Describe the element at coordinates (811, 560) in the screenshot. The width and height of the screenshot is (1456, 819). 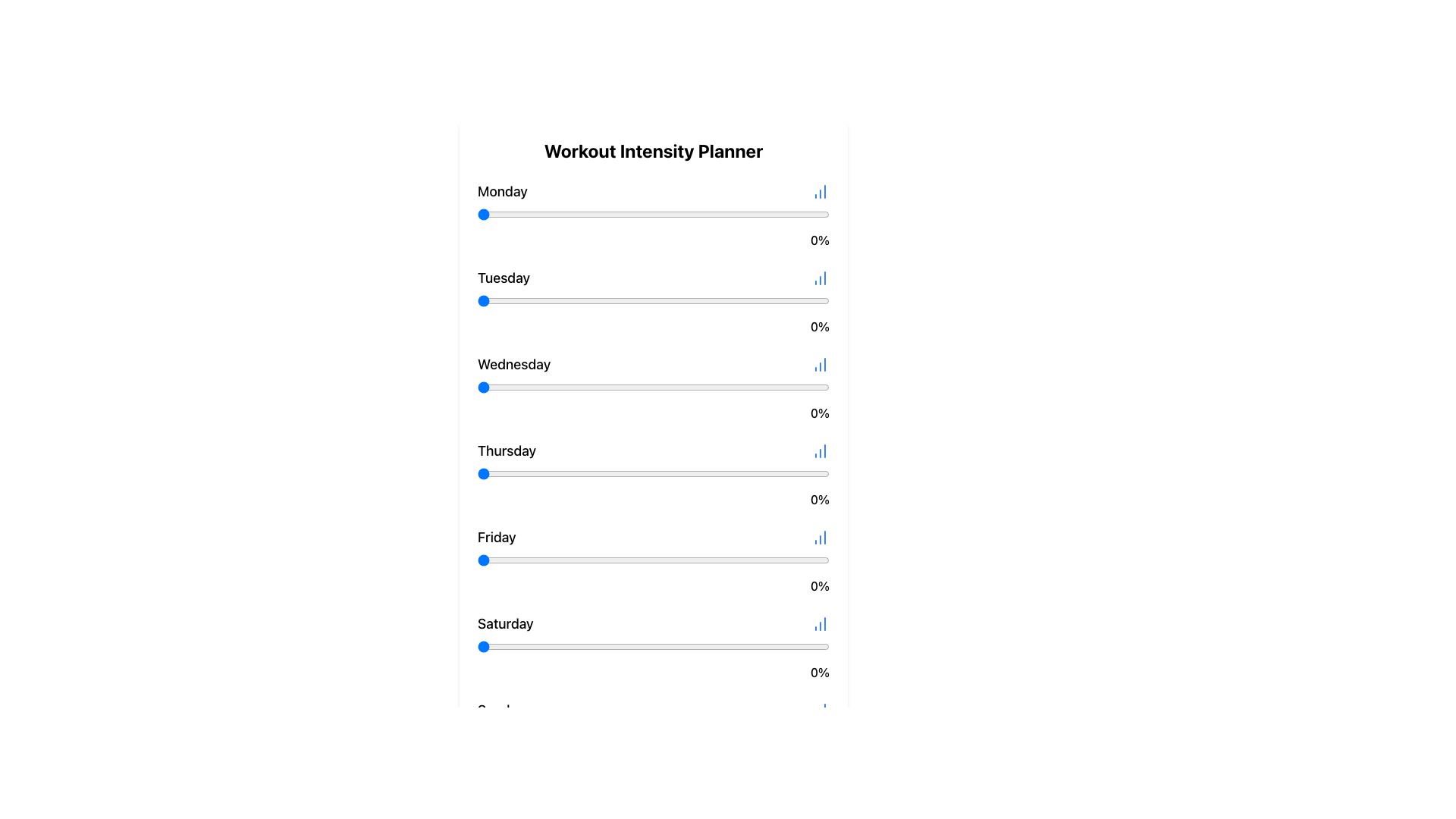
I see `the Friday intensity` at that location.